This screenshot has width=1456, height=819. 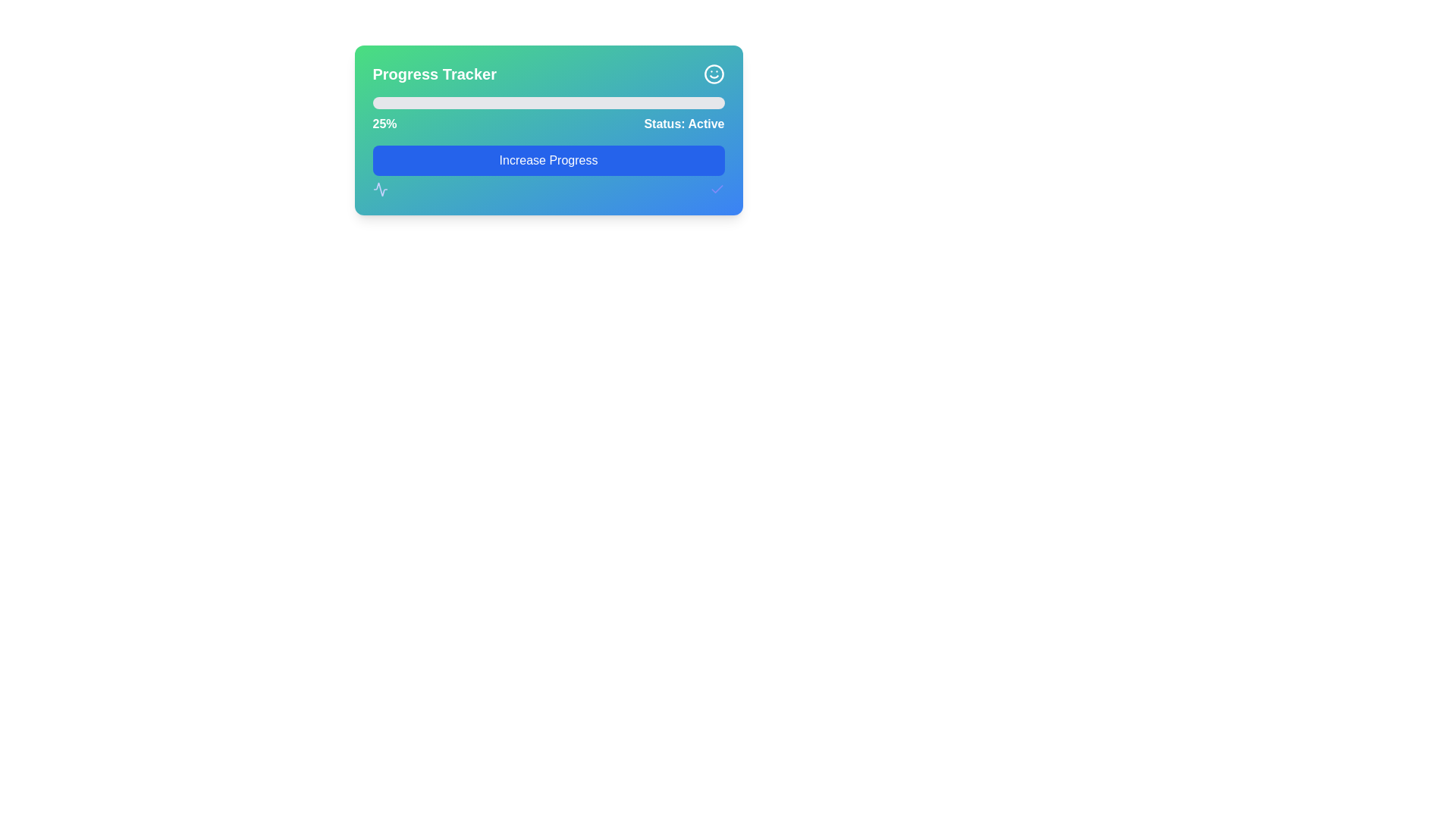 What do you see at coordinates (380, 189) in the screenshot?
I see `the decorative icon representing activity or progress located within the 'Progress Tracker' box, positioned at the lower left corner` at bounding box center [380, 189].